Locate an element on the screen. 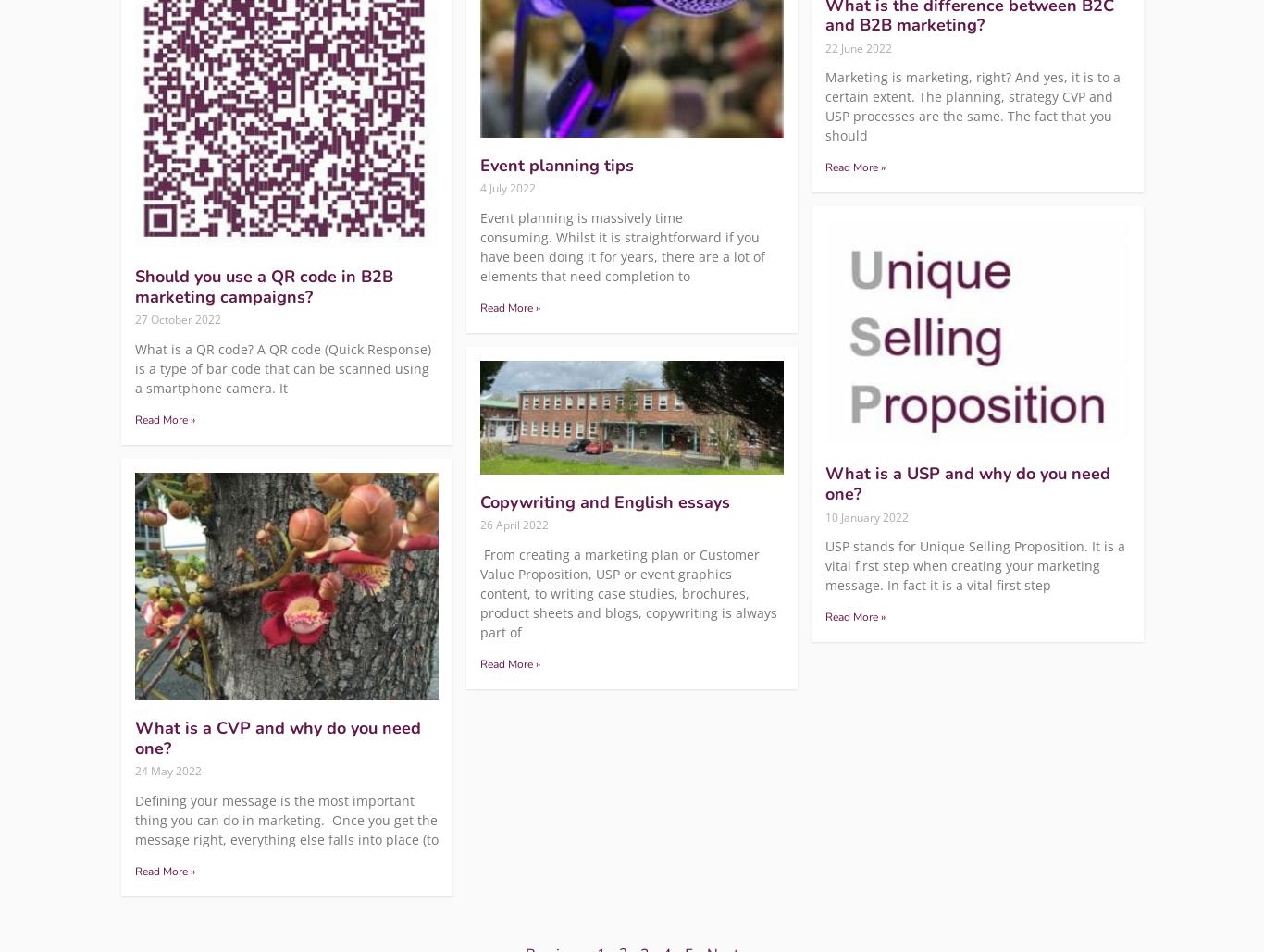 This screenshot has height=952, width=1264. 'What is a USP and why do you need one?' is located at coordinates (966, 482).